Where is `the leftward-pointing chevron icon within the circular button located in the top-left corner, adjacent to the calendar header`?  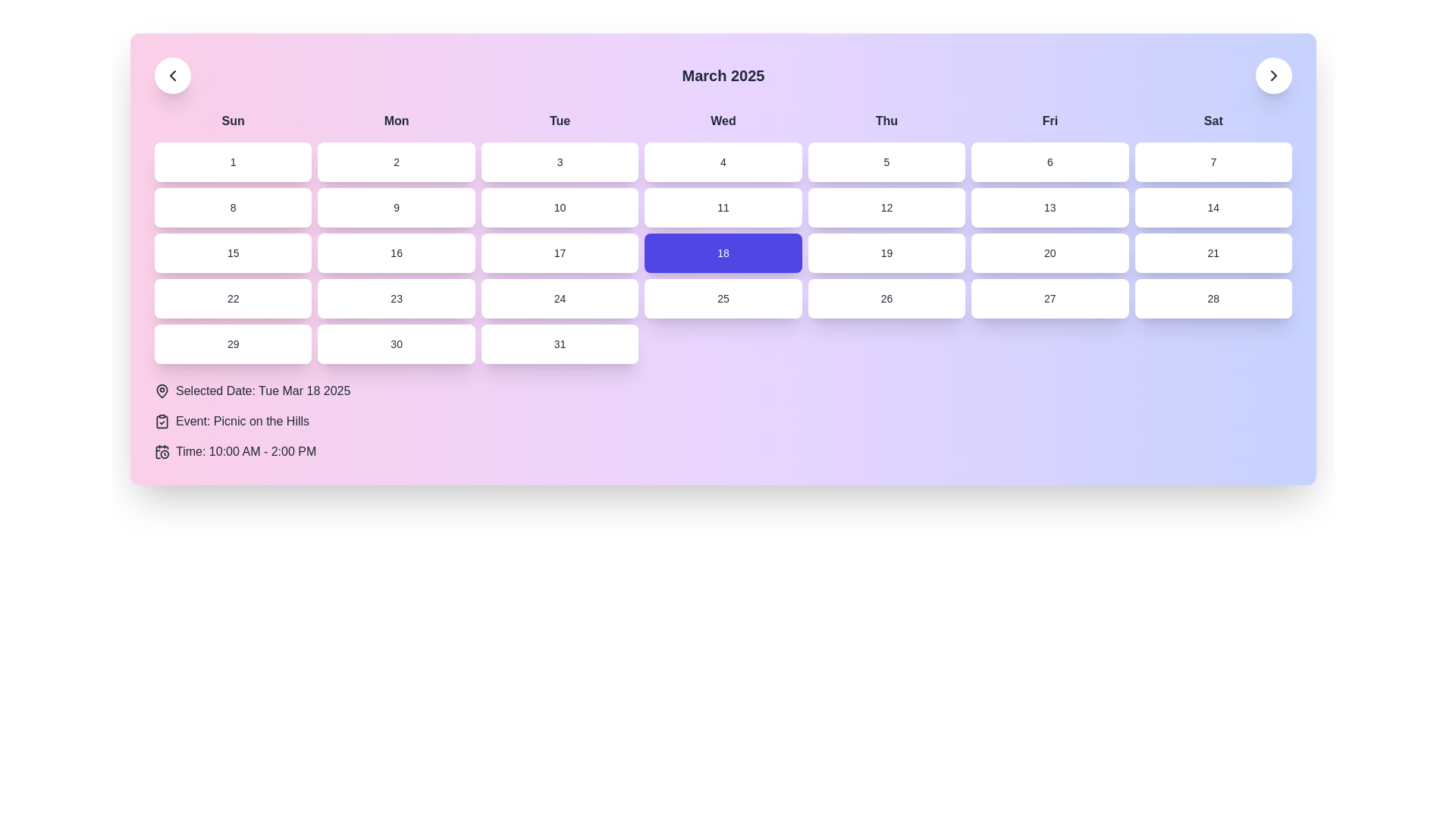
the leftward-pointing chevron icon within the circular button located in the top-left corner, adjacent to the calendar header is located at coordinates (172, 76).